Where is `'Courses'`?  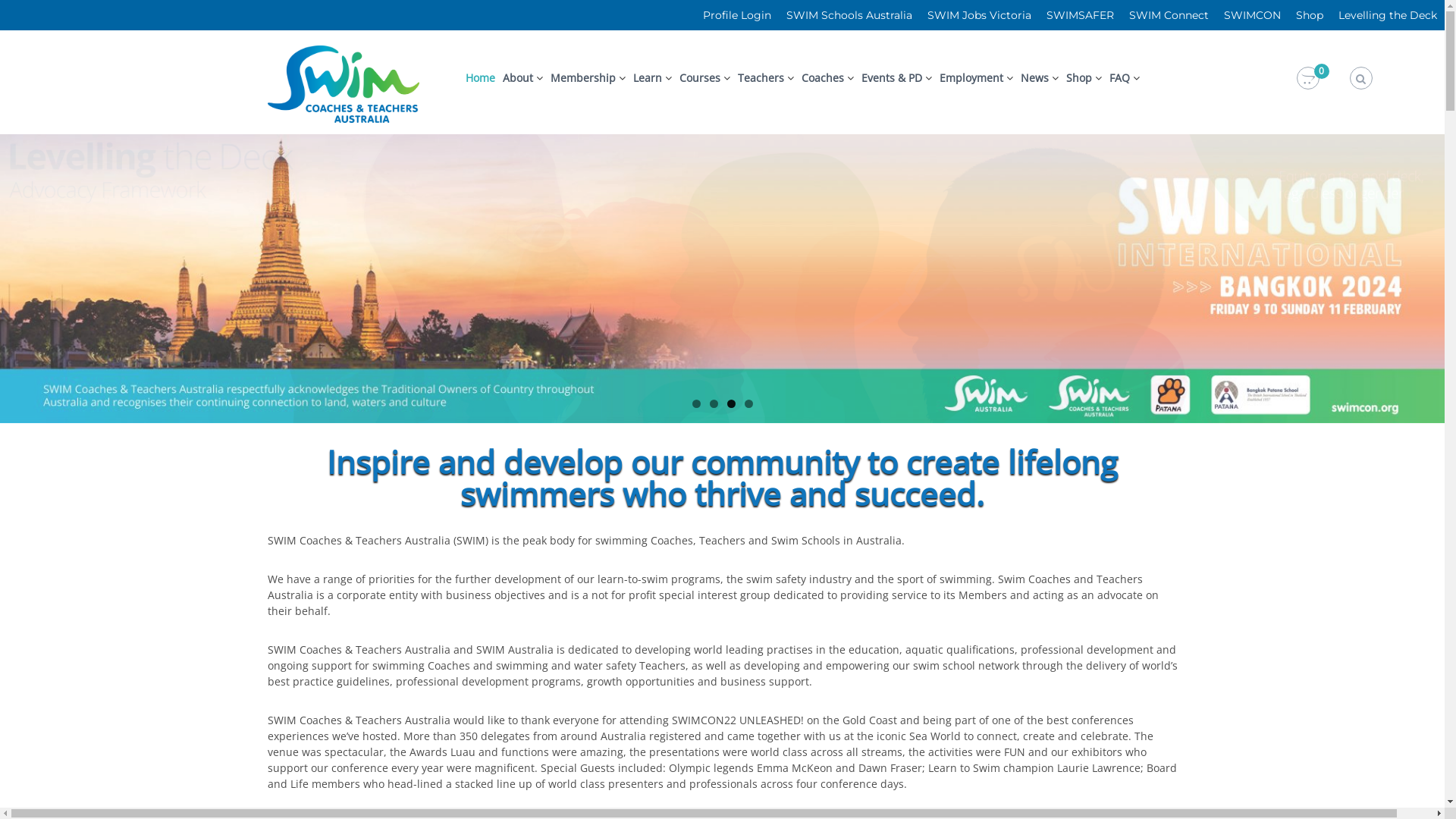 'Courses' is located at coordinates (698, 77).